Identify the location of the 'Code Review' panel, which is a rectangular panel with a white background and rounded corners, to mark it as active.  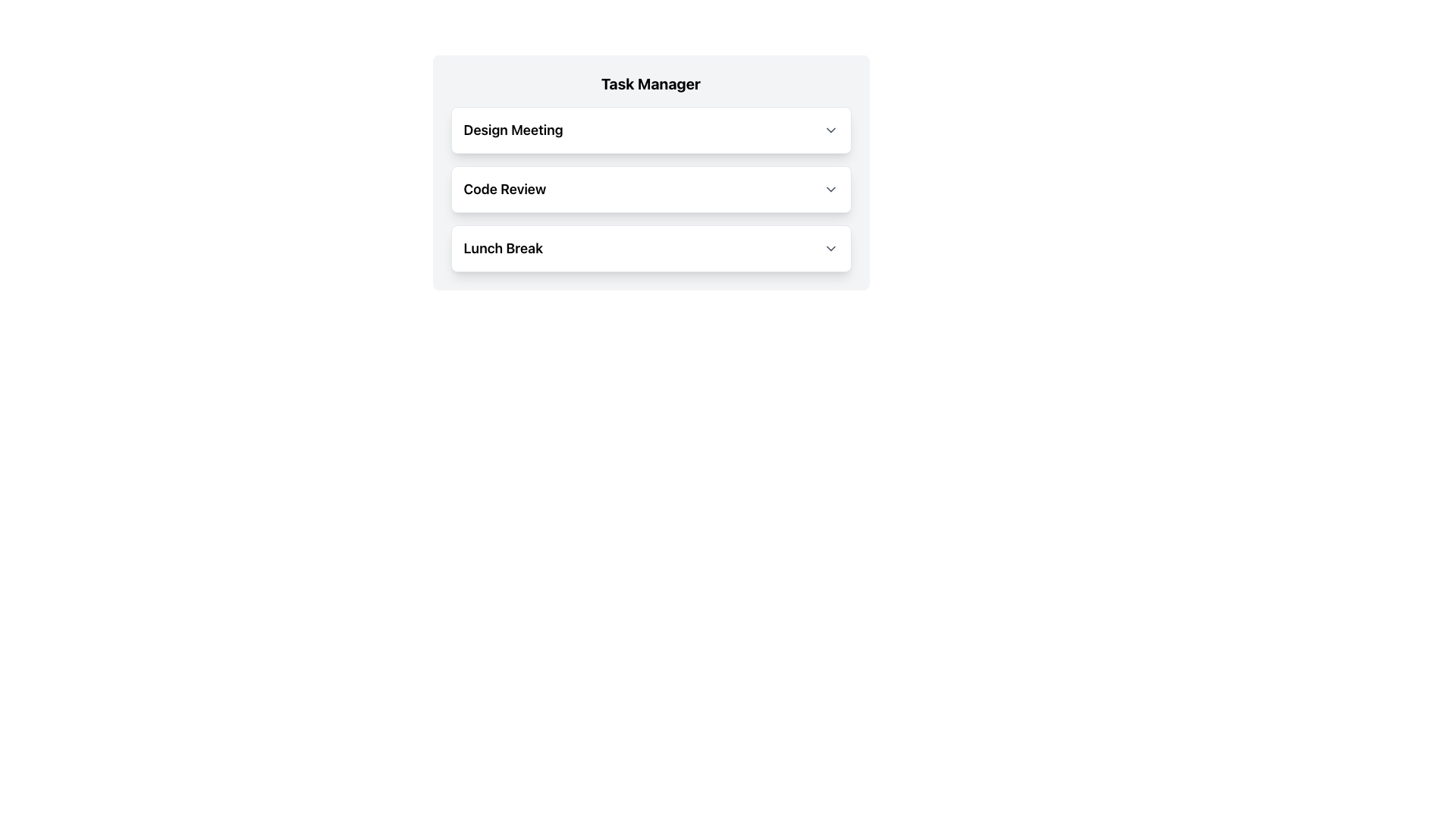
(651, 189).